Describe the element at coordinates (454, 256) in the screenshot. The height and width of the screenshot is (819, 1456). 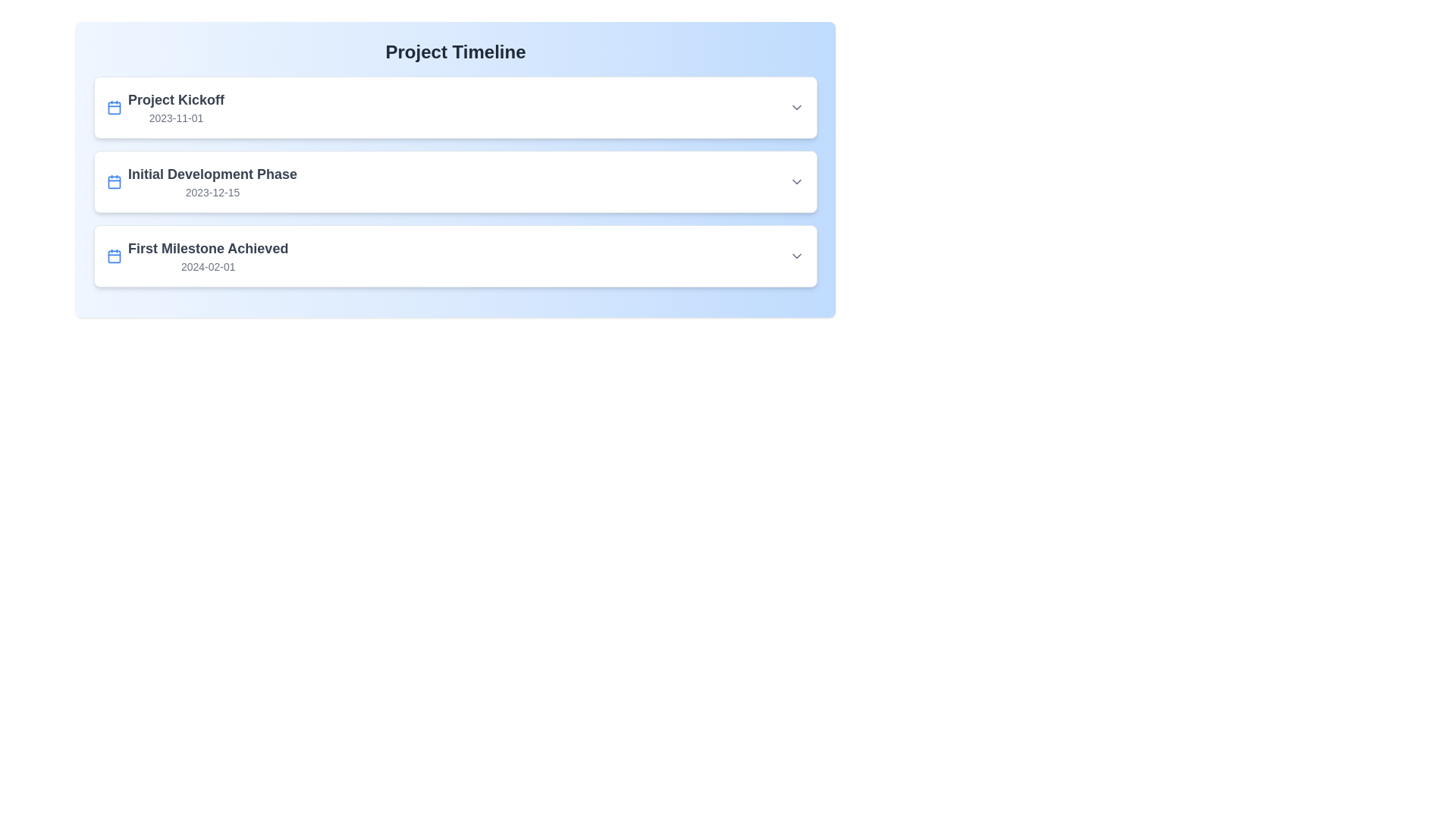
I see `the third Timeline Item` at that location.